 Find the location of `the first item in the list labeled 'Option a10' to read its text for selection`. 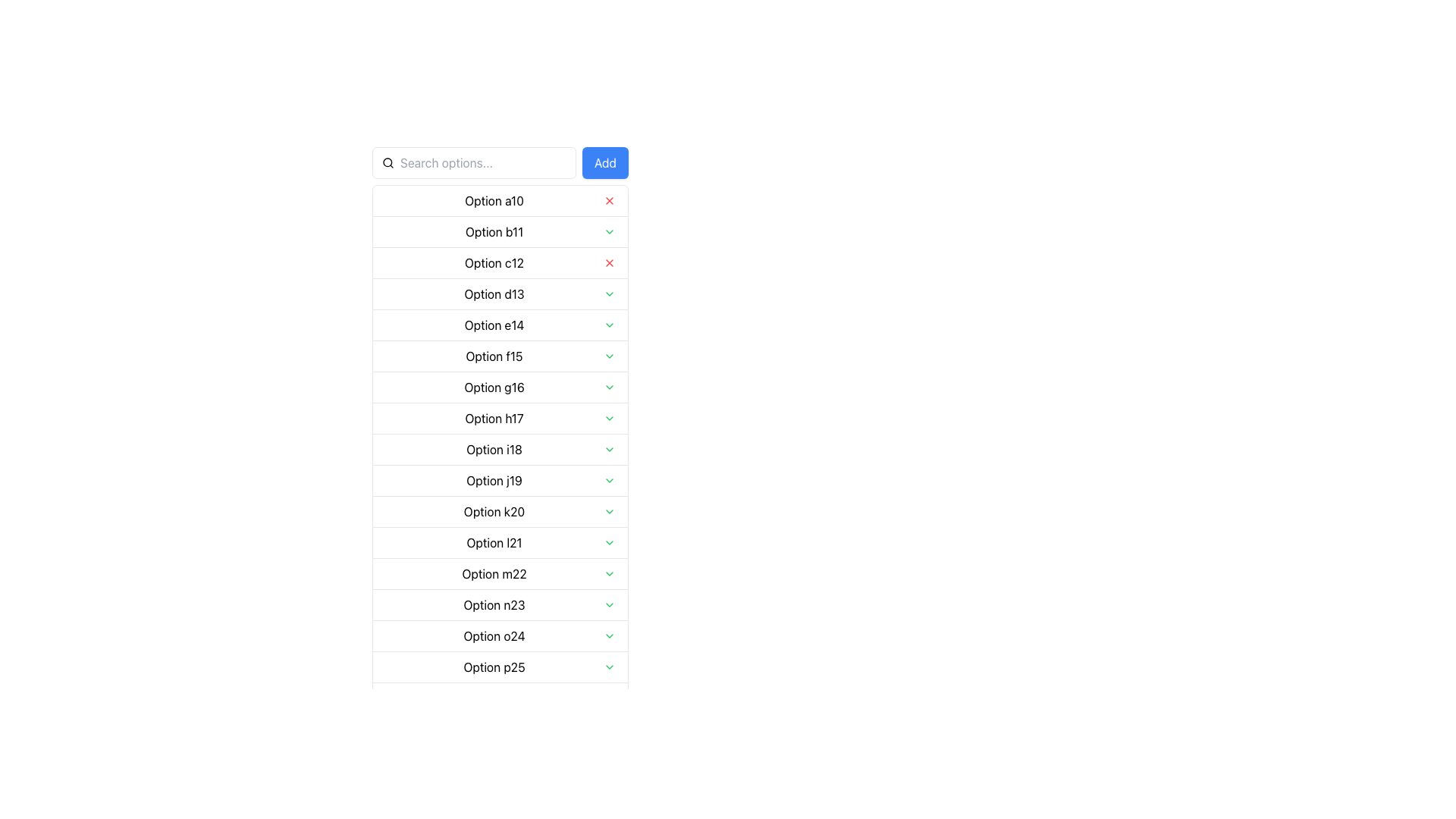

the first item in the list labeled 'Option a10' to read its text for selection is located at coordinates (500, 200).